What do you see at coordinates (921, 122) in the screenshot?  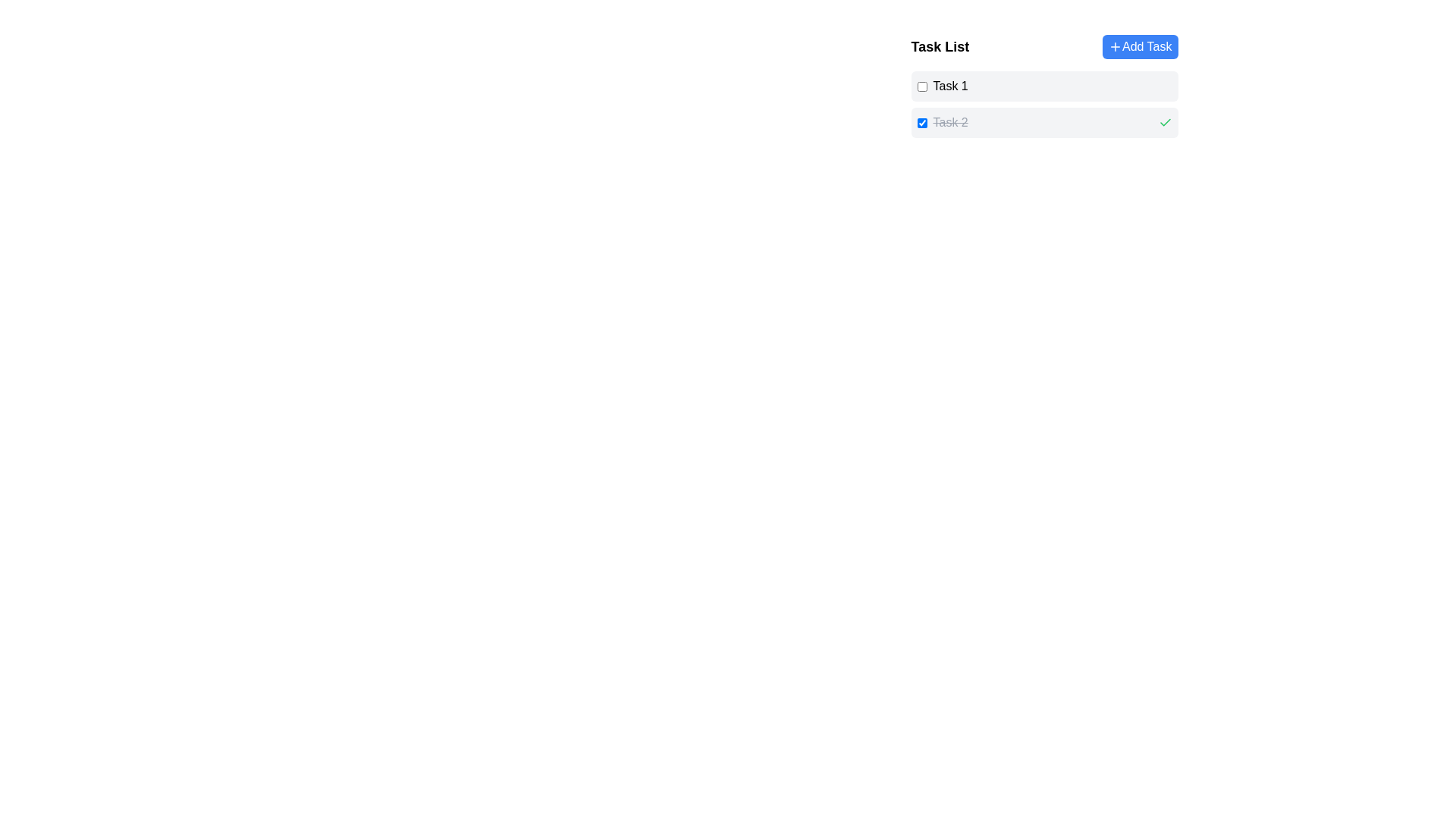 I see `the checkbox for 'Task 2'` at bounding box center [921, 122].